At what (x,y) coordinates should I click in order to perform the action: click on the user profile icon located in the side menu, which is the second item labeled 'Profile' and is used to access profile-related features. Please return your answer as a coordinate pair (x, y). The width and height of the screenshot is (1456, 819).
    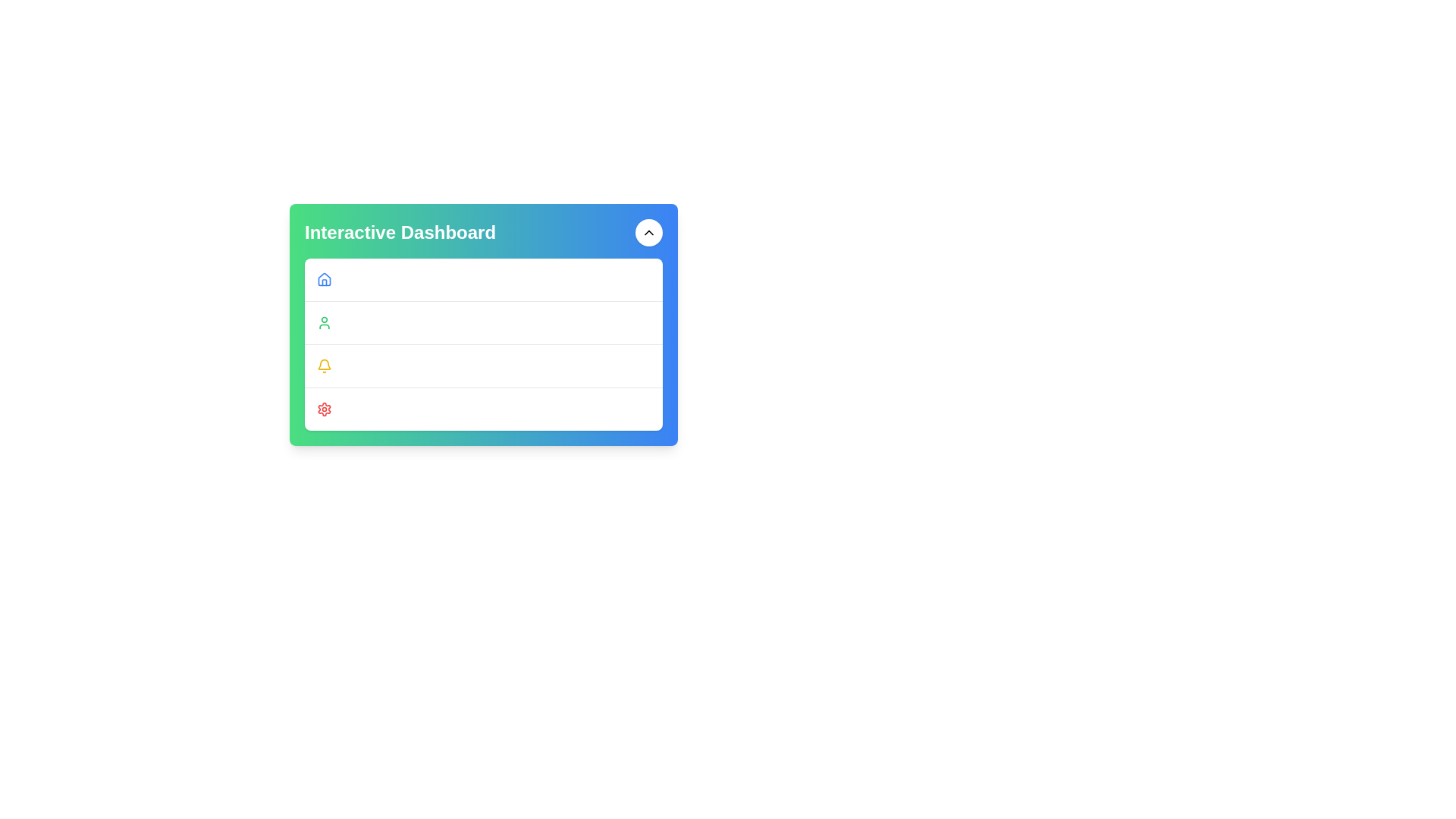
    Looking at the image, I should click on (323, 322).